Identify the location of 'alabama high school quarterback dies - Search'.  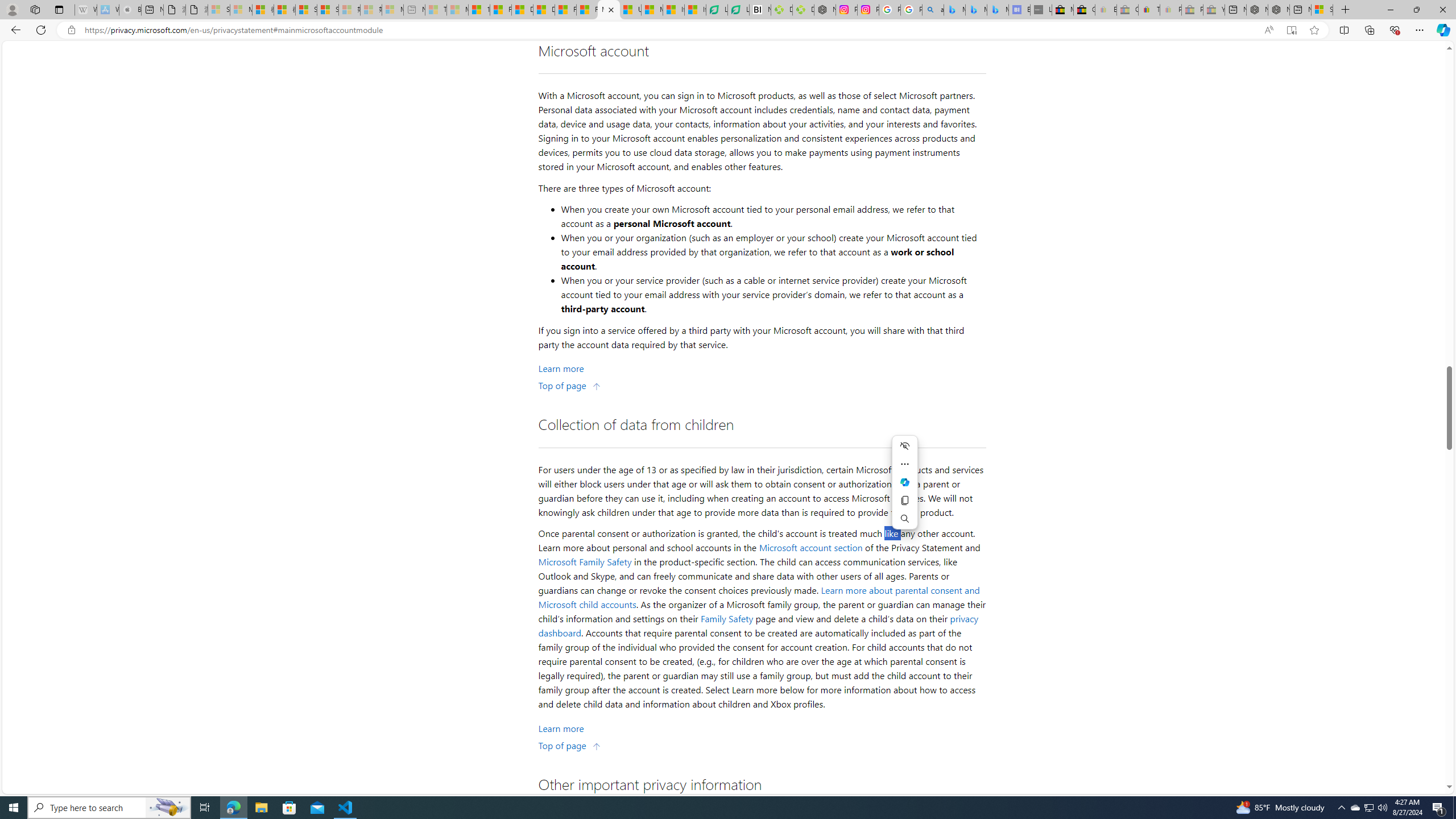
(932, 9).